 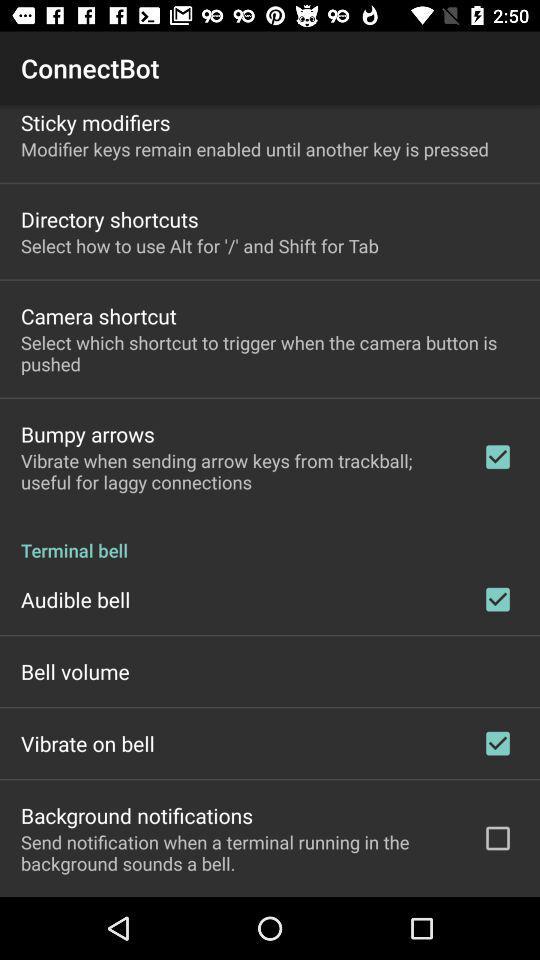 I want to click on the vibrate when sending, so click(x=238, y=471).